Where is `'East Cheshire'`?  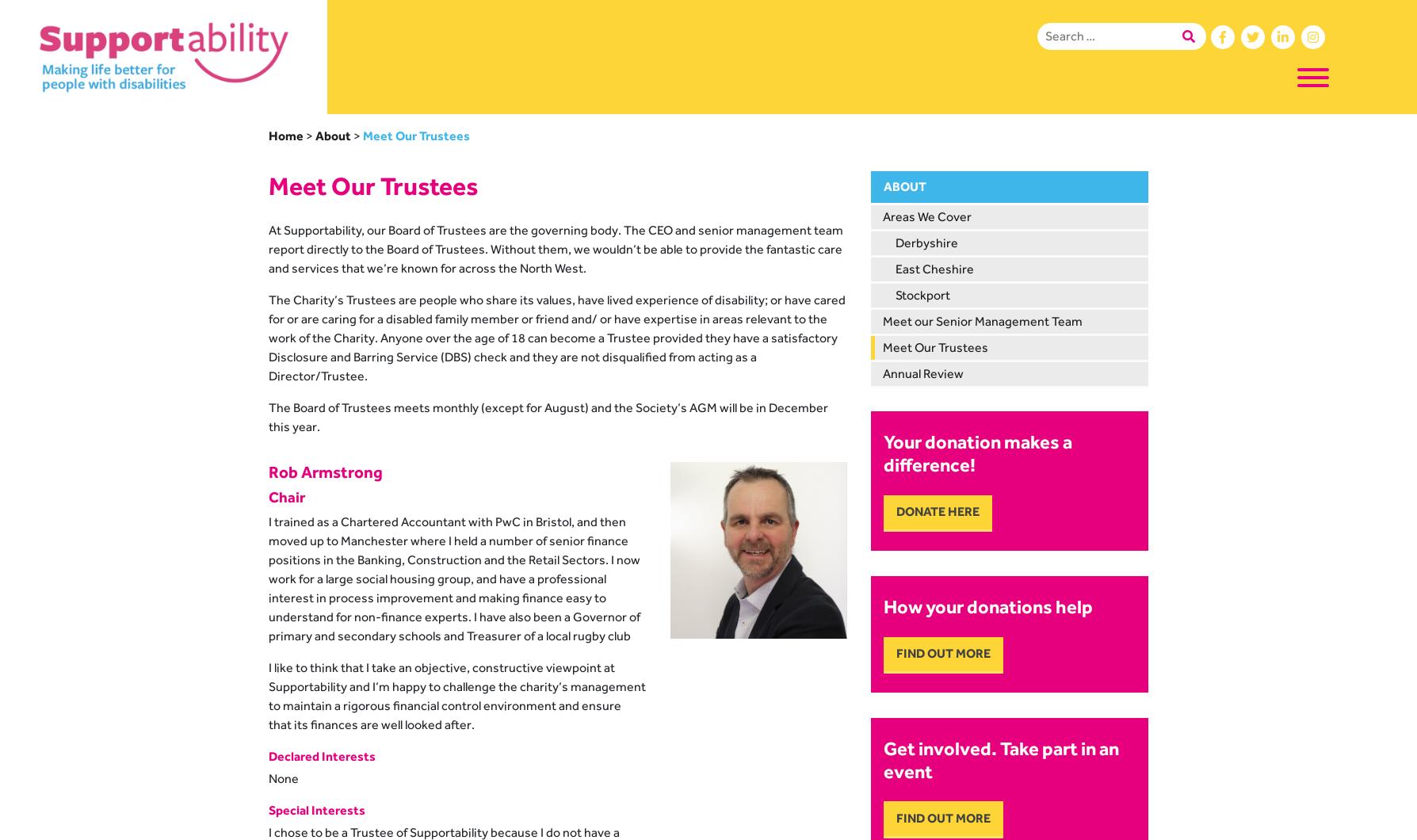 'East Cheshire' is located at coordinates (934, 269).